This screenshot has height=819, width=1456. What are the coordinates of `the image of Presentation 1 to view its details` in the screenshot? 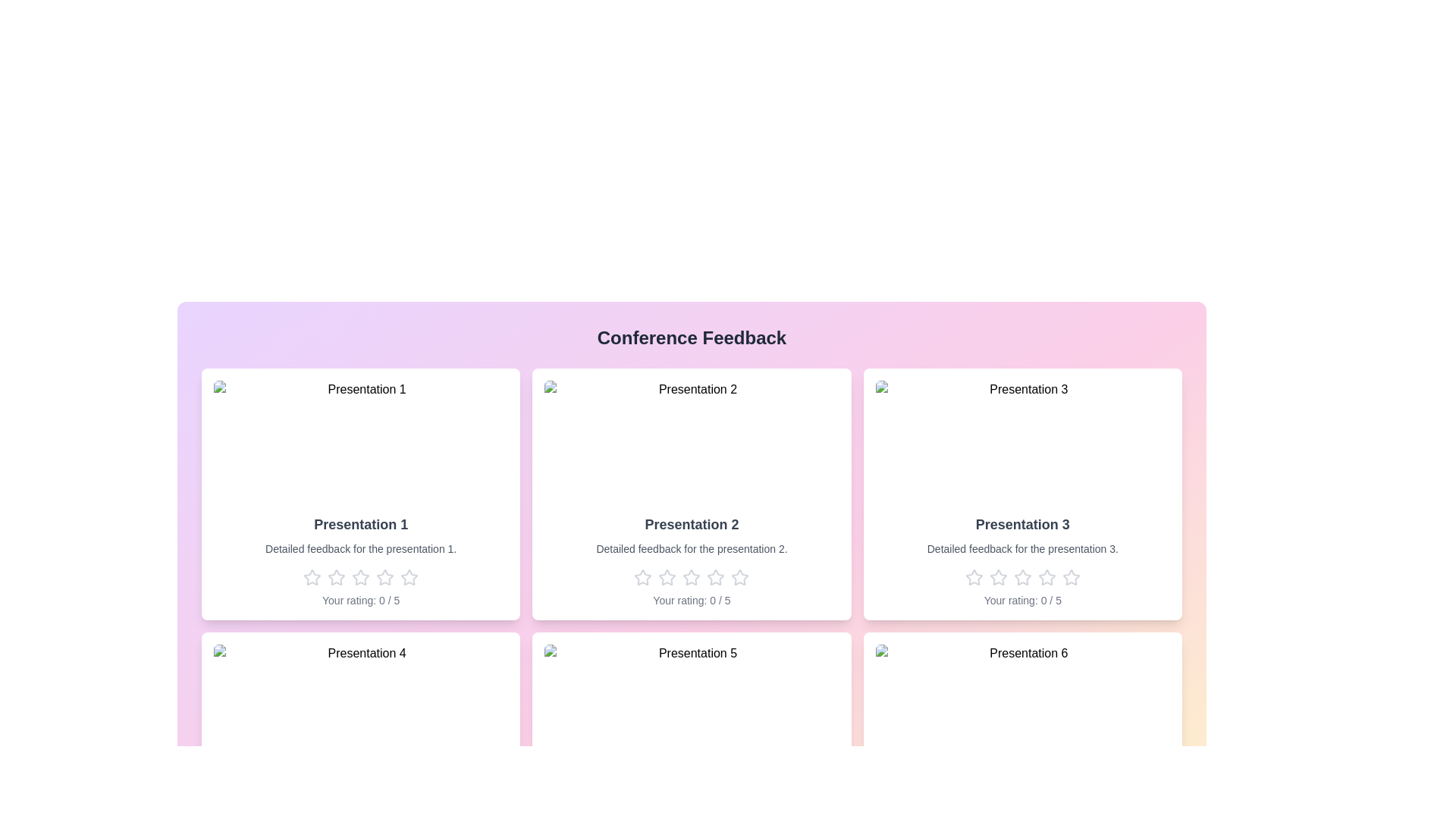 It's located at (359, 441).